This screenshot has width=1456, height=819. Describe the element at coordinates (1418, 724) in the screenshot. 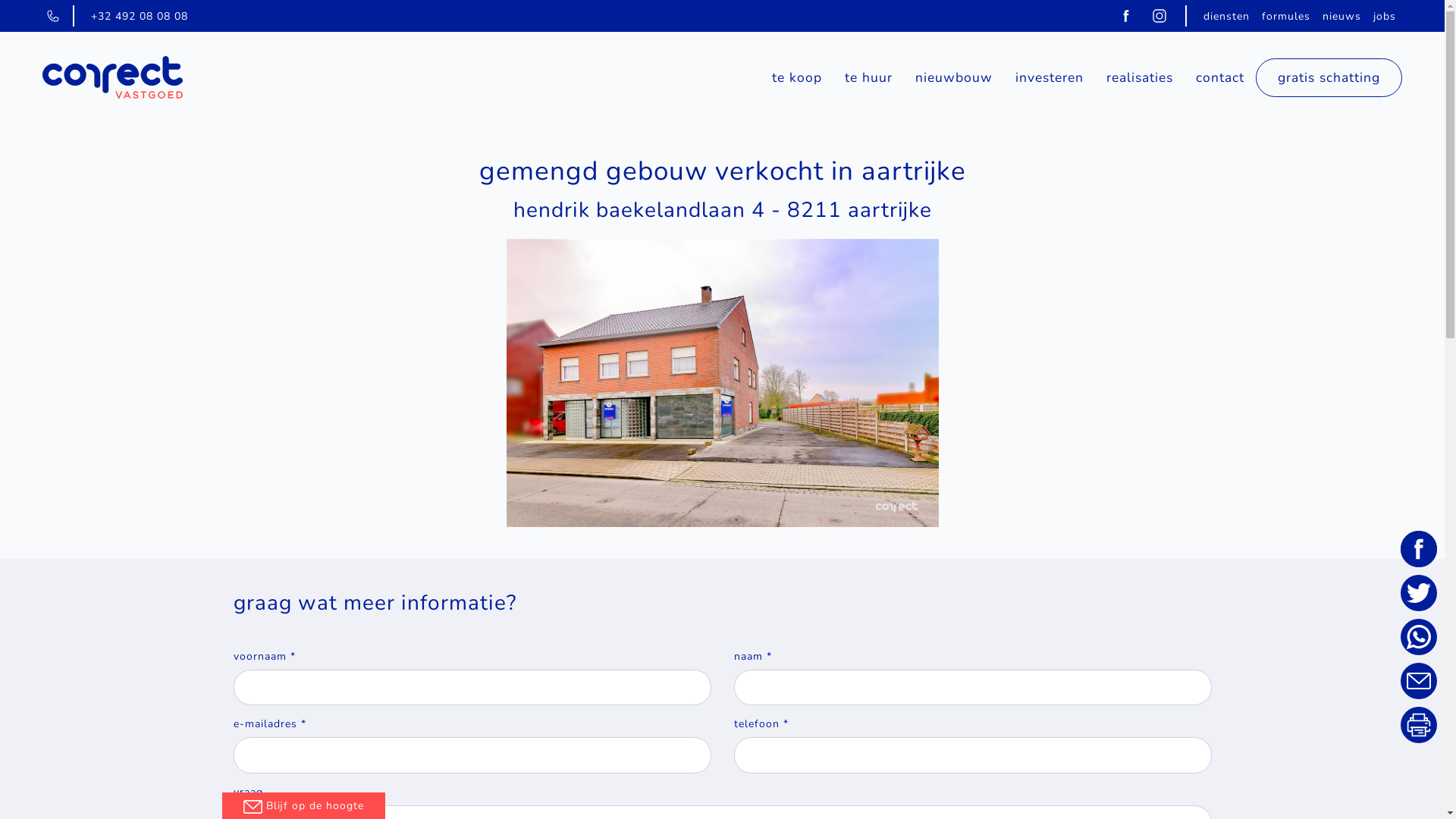

I see `'Afdrukken'` at that location.